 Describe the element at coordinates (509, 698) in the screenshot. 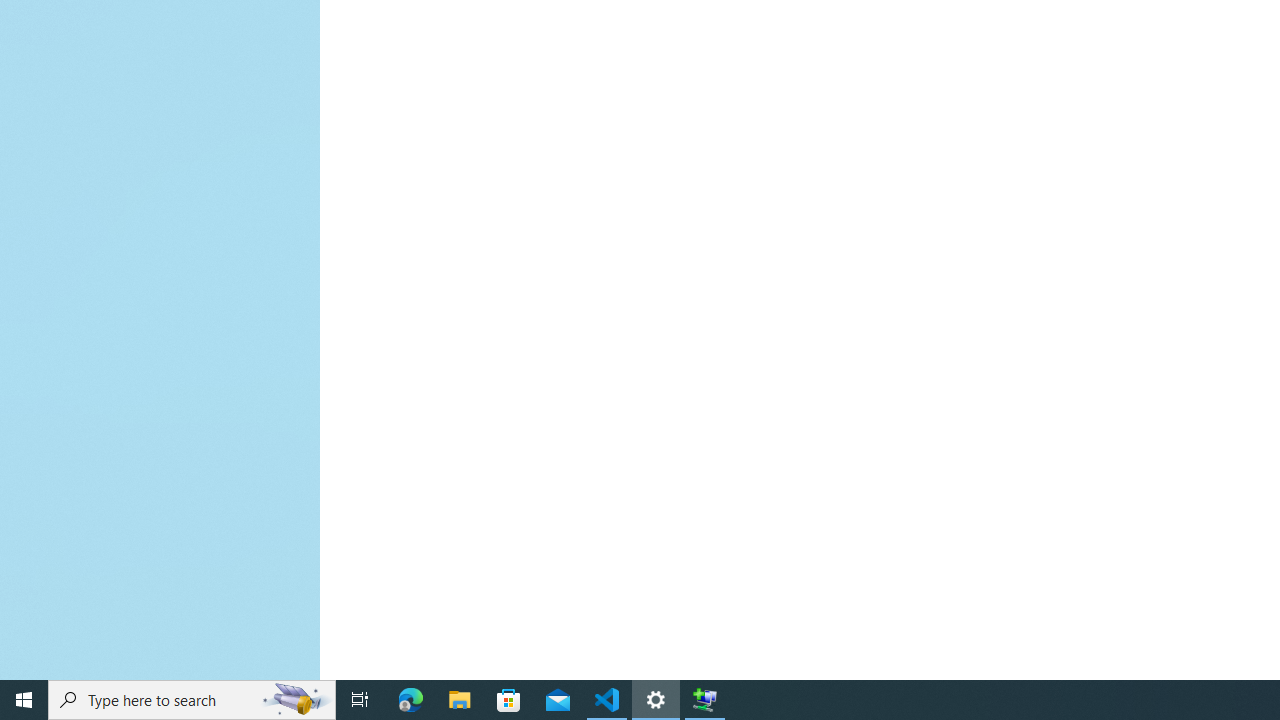

I see `'Microsoft Store'` at that location.